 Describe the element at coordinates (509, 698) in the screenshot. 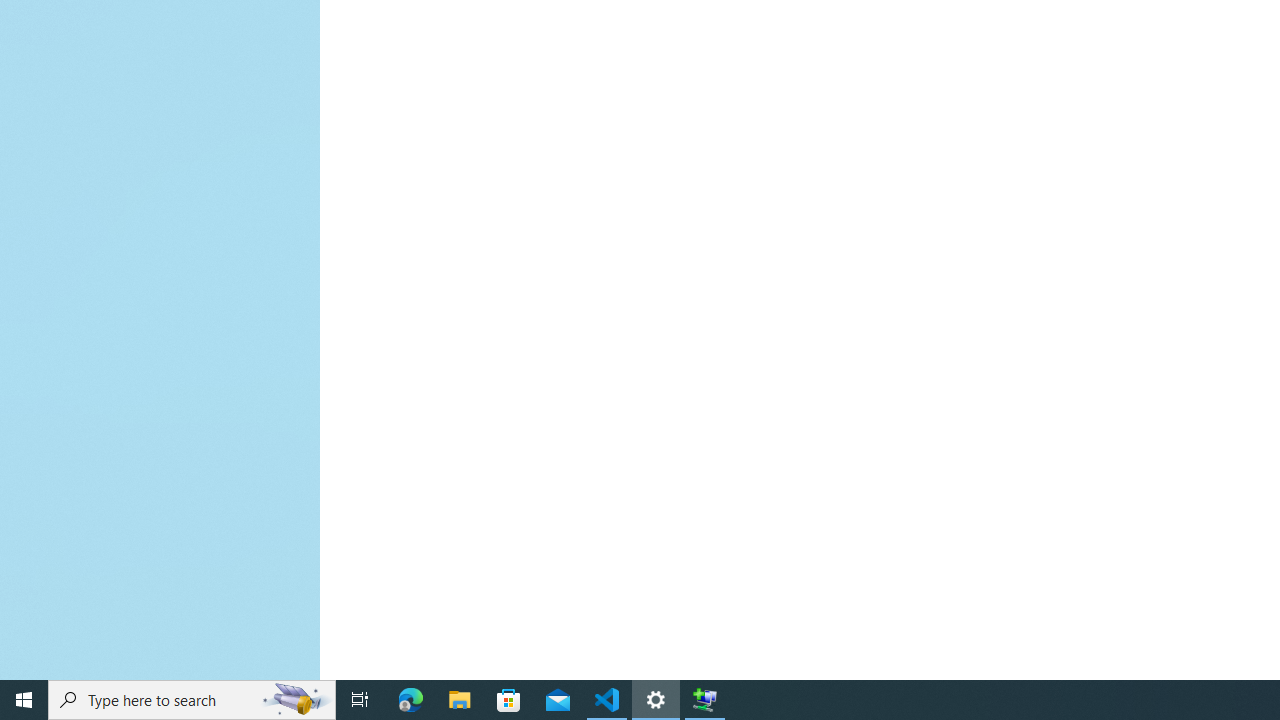

I see `'Microsoft Store'` at that location.